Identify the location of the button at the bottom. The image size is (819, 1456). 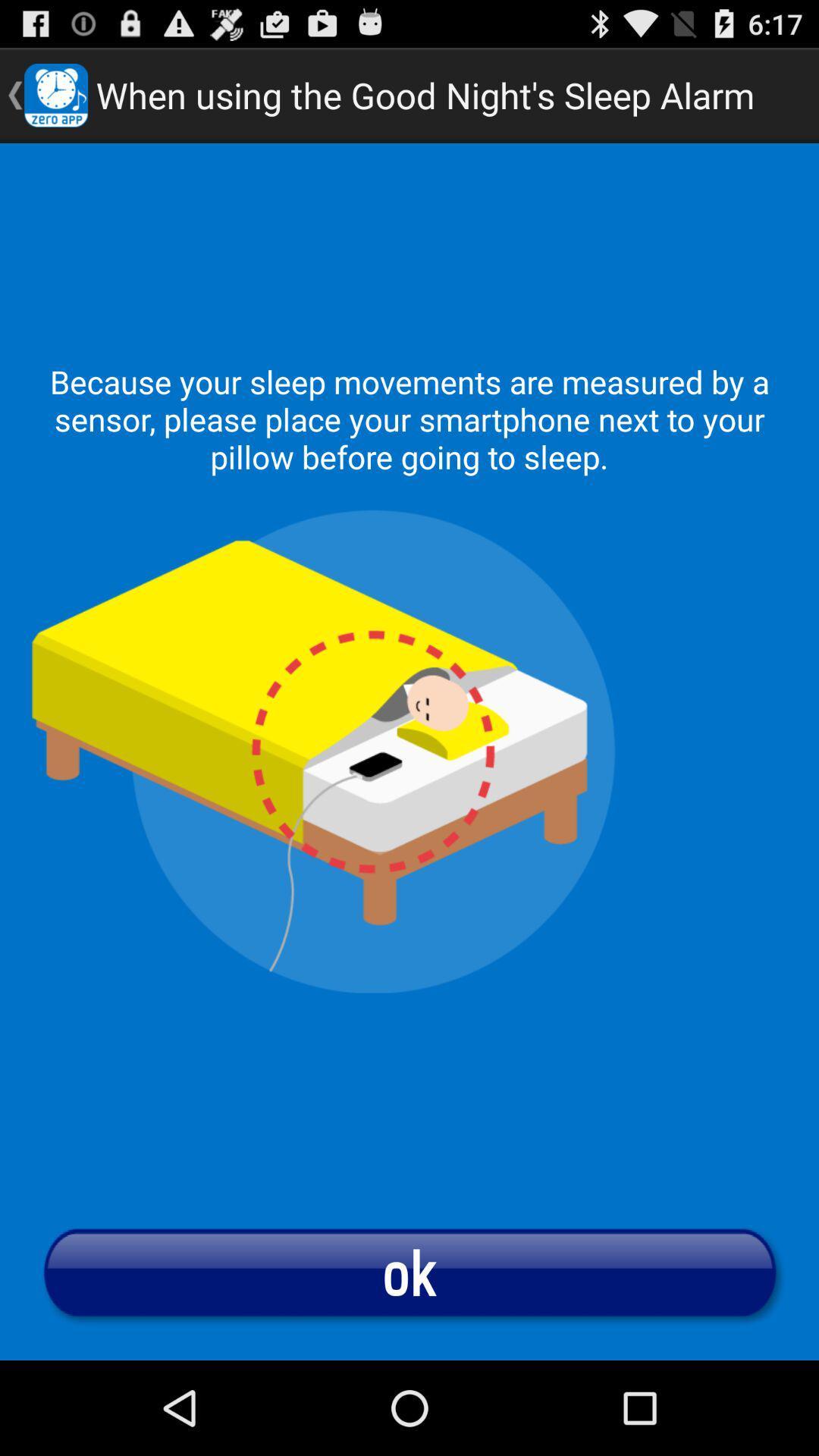
(409, 1272).